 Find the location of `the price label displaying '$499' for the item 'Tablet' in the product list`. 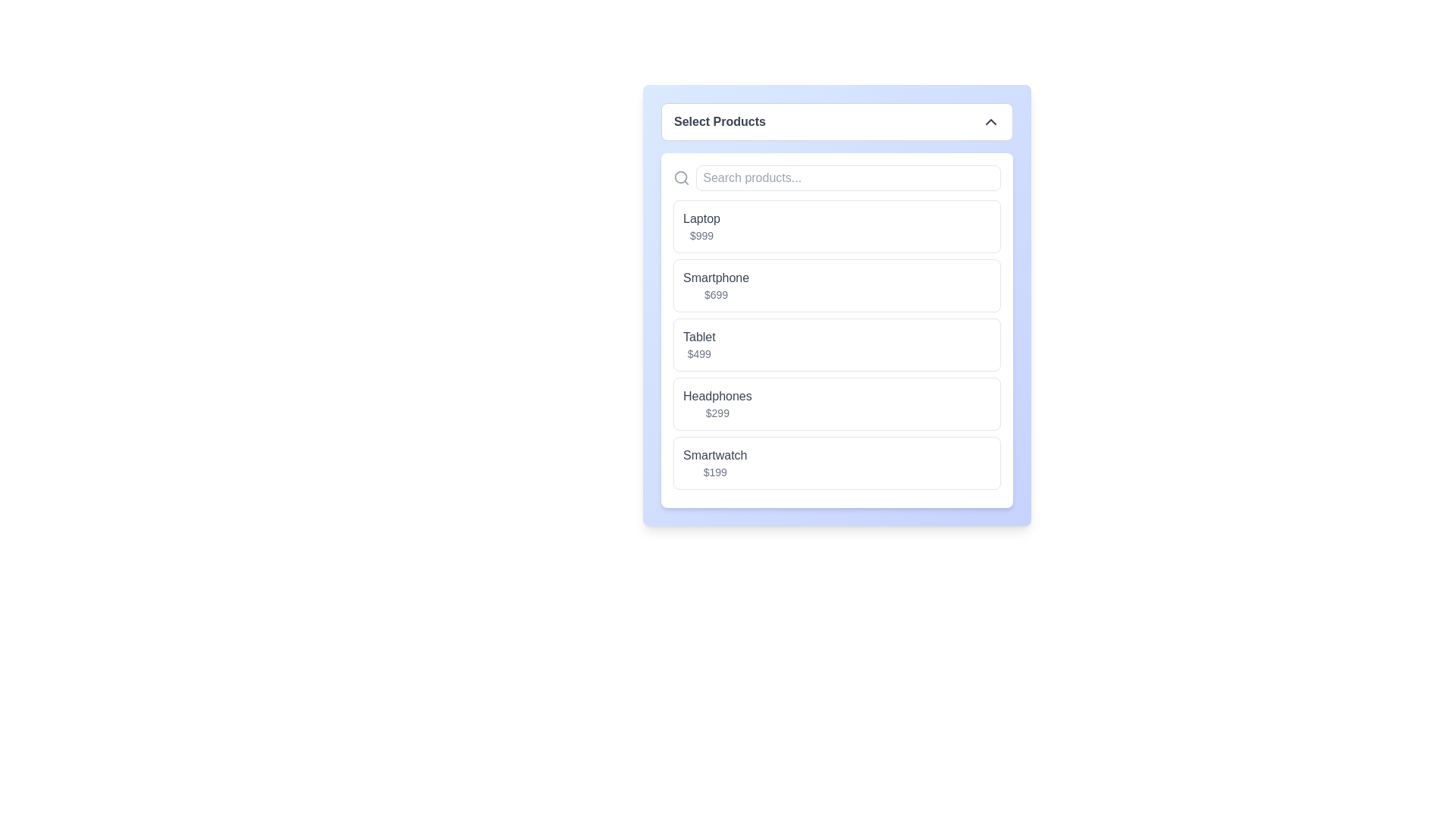

the price label displaying '$499' for the item 'Tablet' in the product list is located at coordinates (698, 353).